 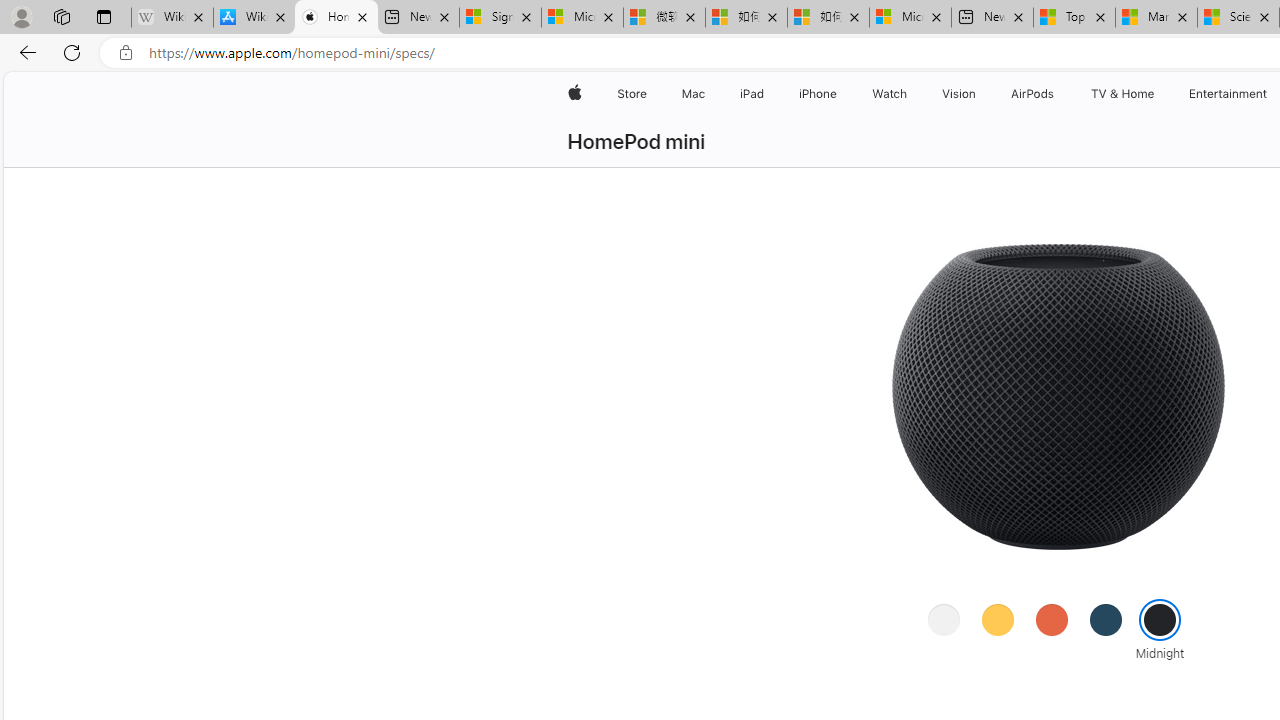 What do you see at coordinates (1160, 618) in the screenshot?
I see `'Midnight'` at bounding box center [1160, 618].